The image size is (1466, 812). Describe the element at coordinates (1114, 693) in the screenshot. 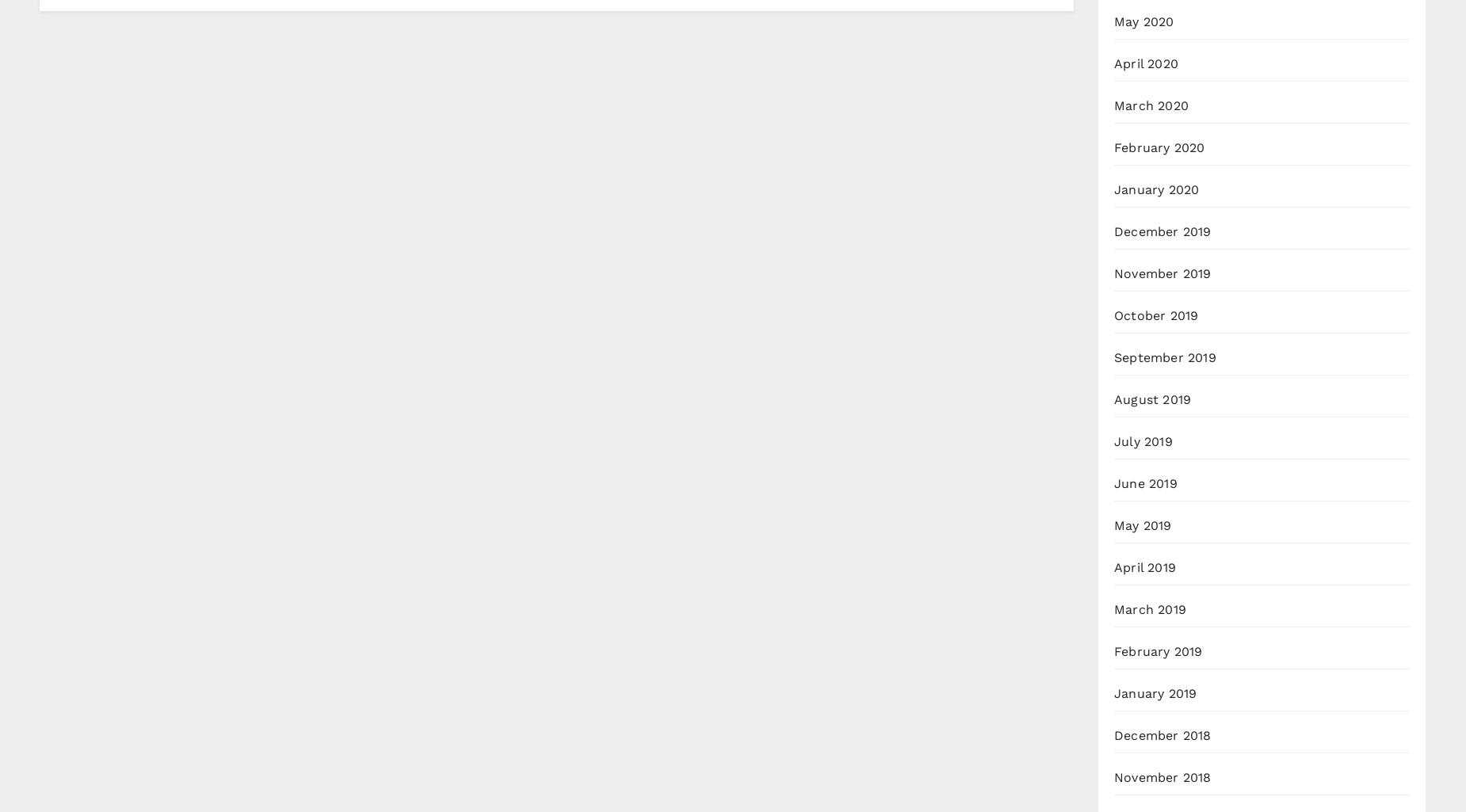

I see `'January 2019'` at that location.